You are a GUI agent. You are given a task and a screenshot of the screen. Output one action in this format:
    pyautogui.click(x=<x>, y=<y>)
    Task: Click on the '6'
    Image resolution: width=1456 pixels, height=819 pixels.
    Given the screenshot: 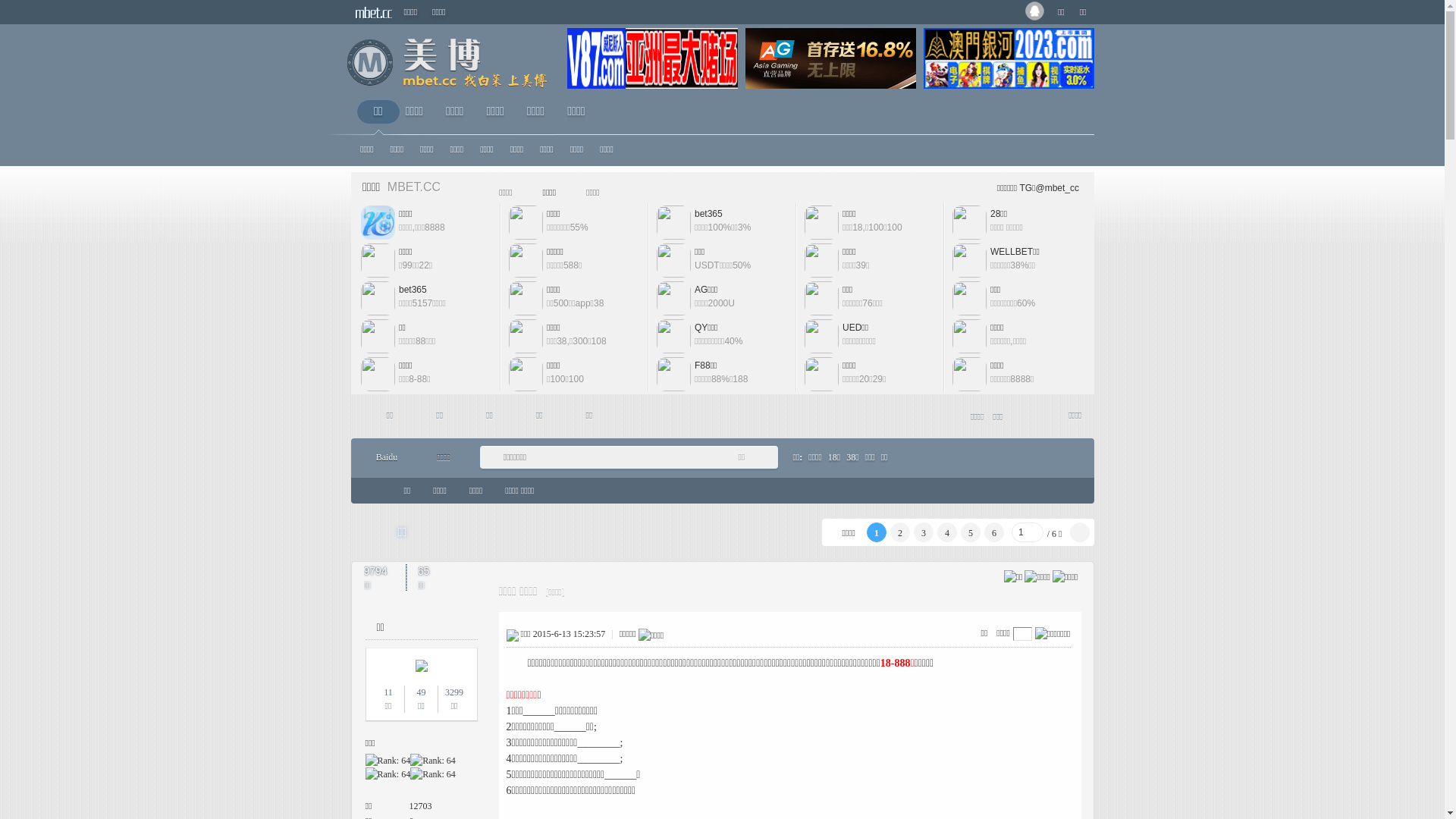 What is the action you would take?
    pyautogui.click(x=993, y=532)
    